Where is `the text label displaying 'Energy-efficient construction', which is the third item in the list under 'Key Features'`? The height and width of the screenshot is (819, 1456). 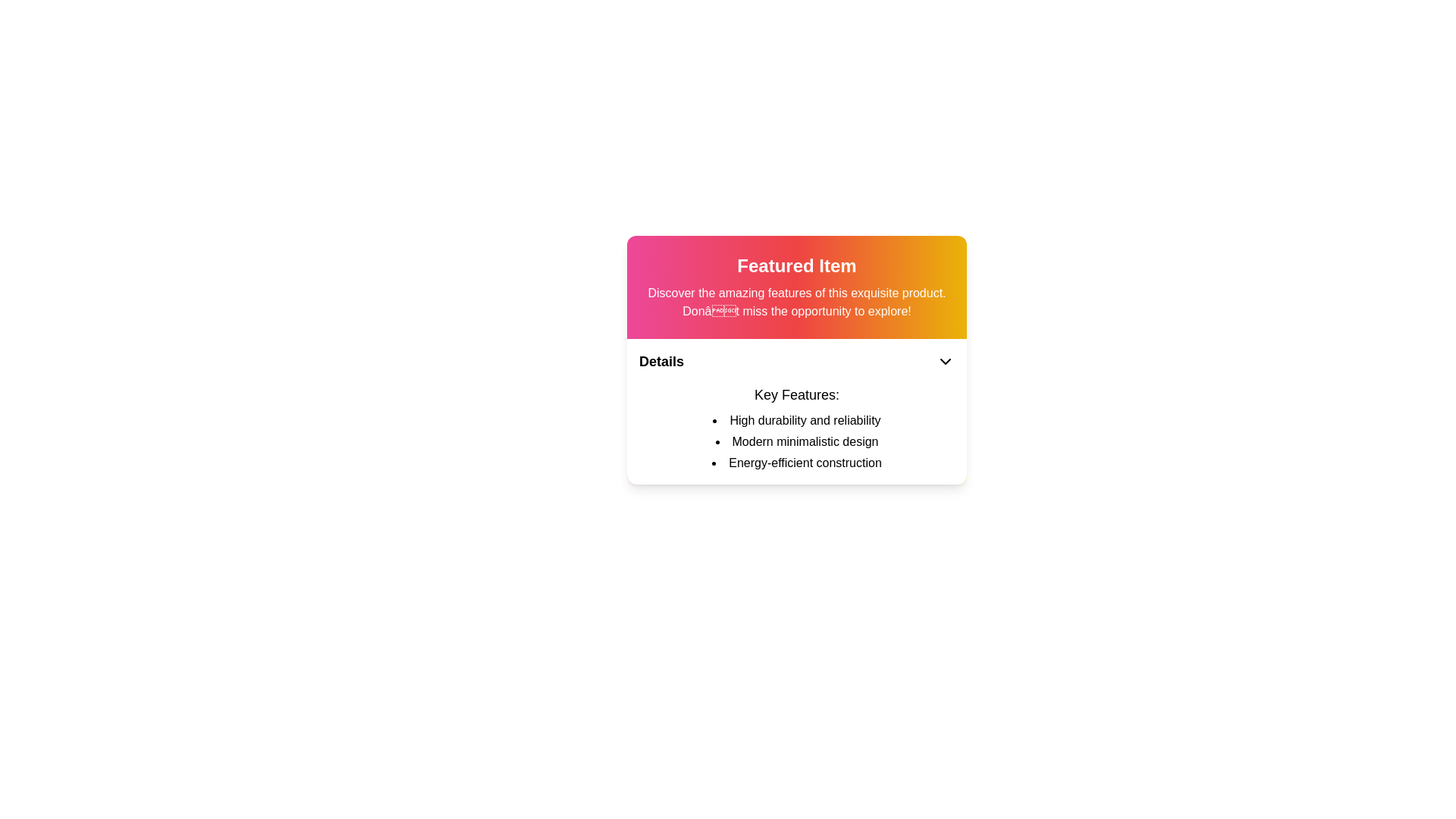 the text label displaying 'Energy-efficient construction', which is the third item in the list under 'Key Features' is located at coordinates (796, 462).